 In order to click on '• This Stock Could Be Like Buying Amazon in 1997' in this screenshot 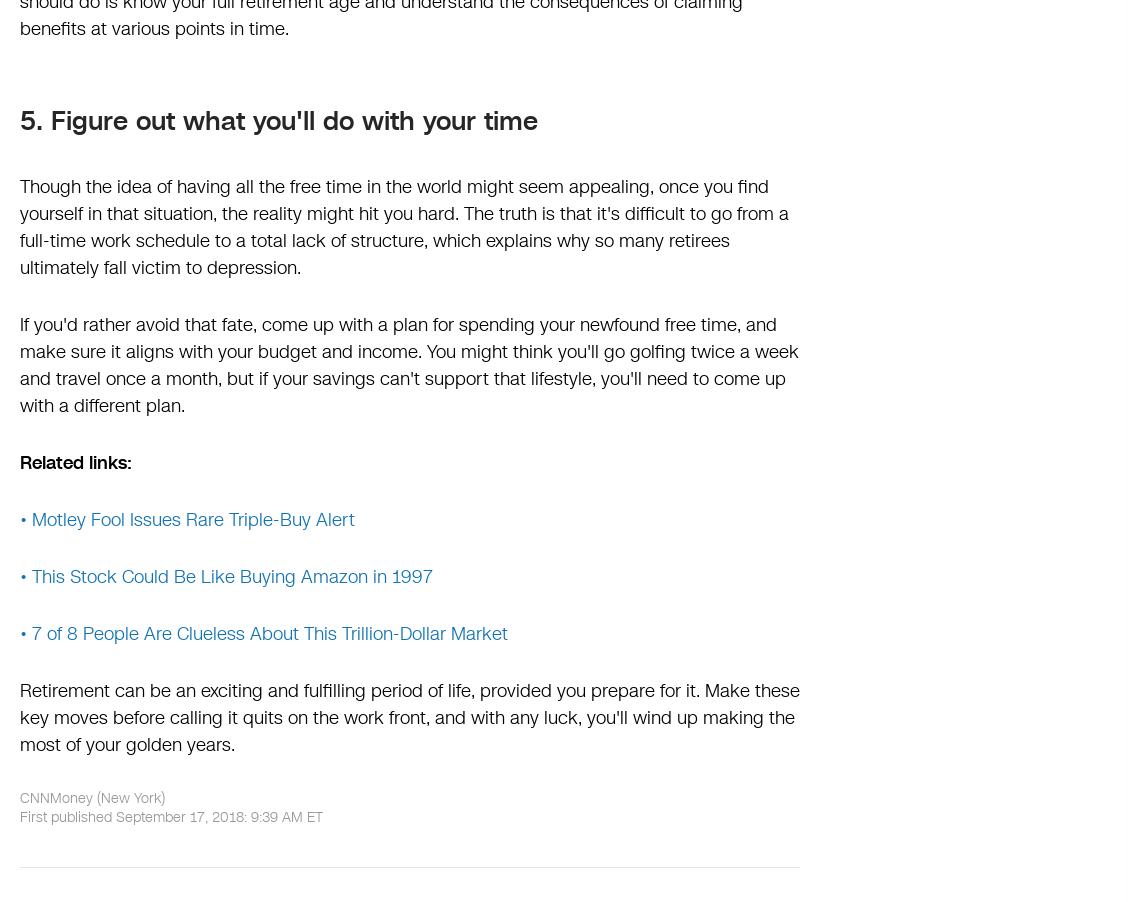, I will do `click(19, 577)`.